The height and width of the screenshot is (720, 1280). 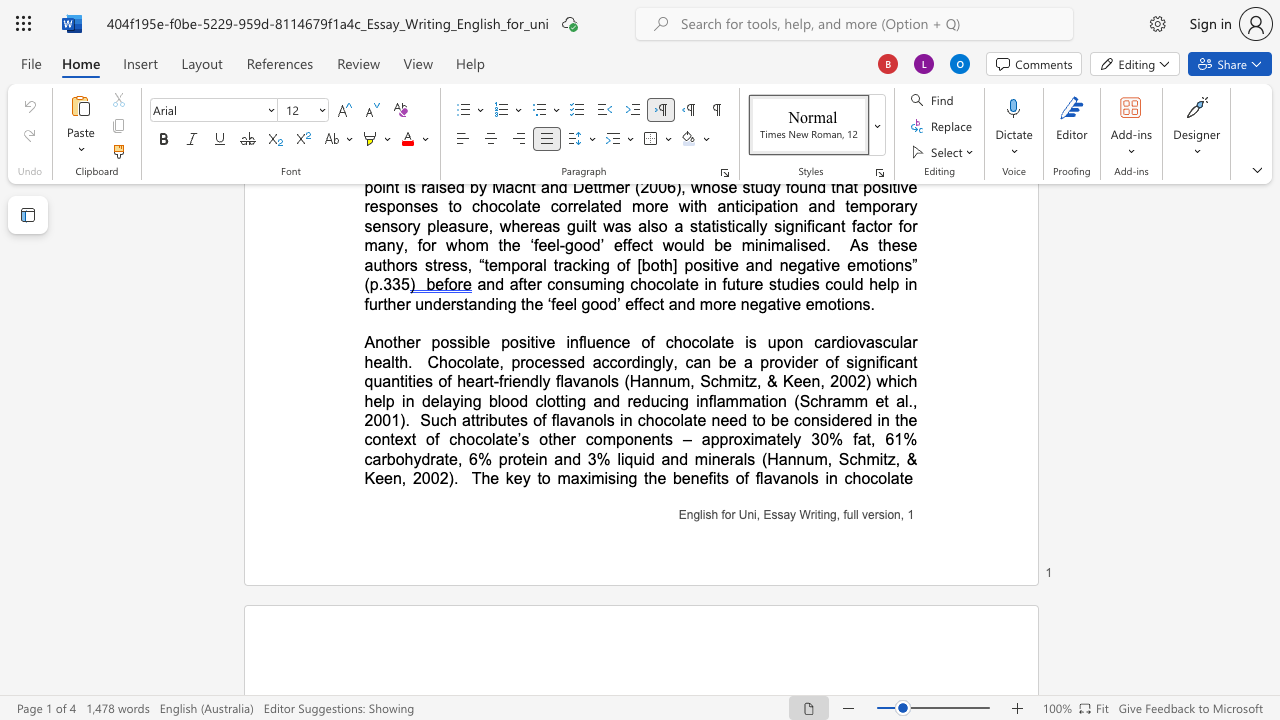 I want to click on the space between the continuous character "d" and "e" in the text, so click(x=840, y=419).